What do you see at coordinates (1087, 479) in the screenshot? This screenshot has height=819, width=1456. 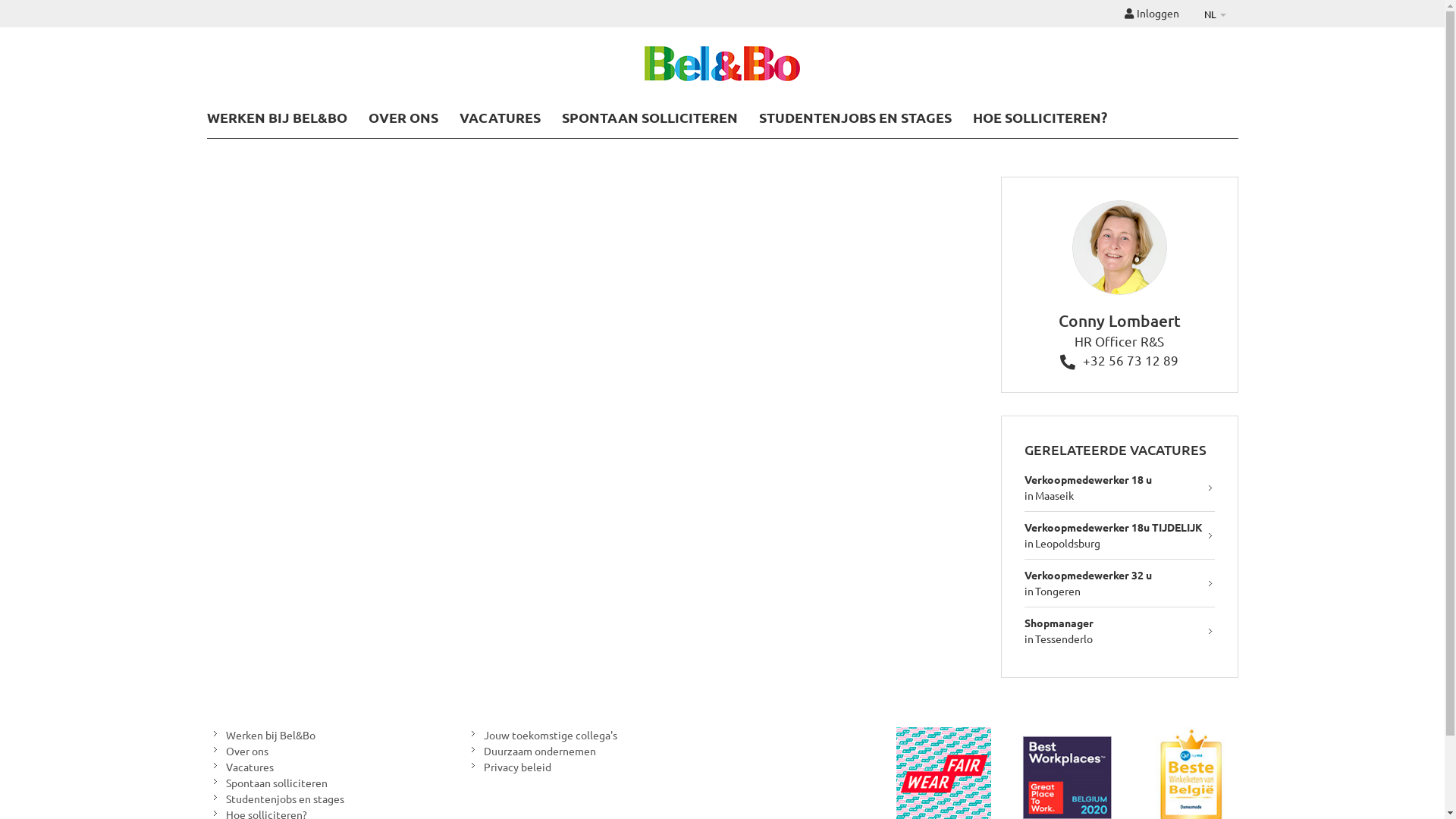 I see `'Verkoopmedewerker 18 u'` at bounding box center [1087, 479].